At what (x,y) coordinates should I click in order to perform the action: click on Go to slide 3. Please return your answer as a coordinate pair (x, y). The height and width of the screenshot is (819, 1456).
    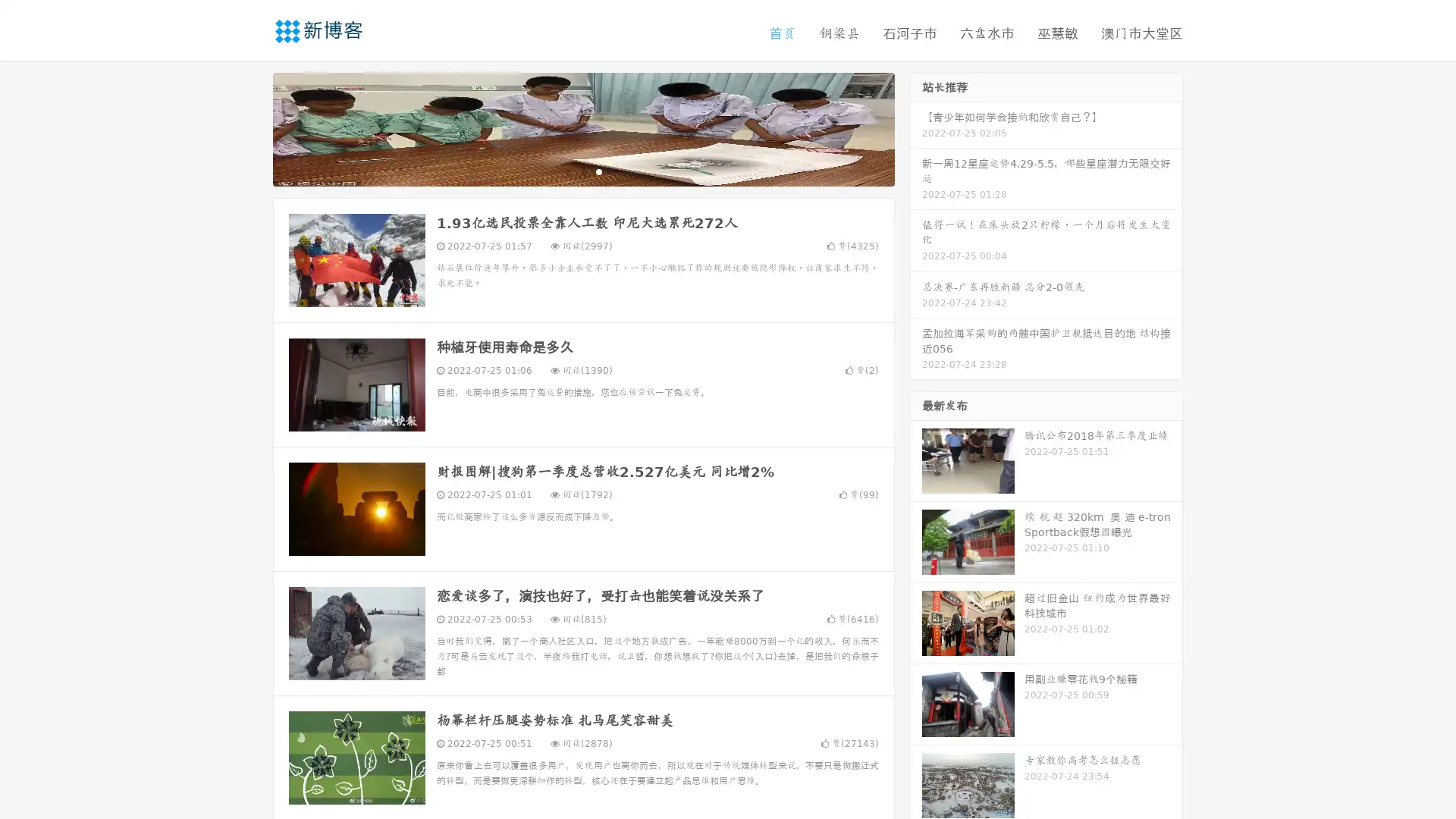
    Looking at the image, I should click on (598, 171).